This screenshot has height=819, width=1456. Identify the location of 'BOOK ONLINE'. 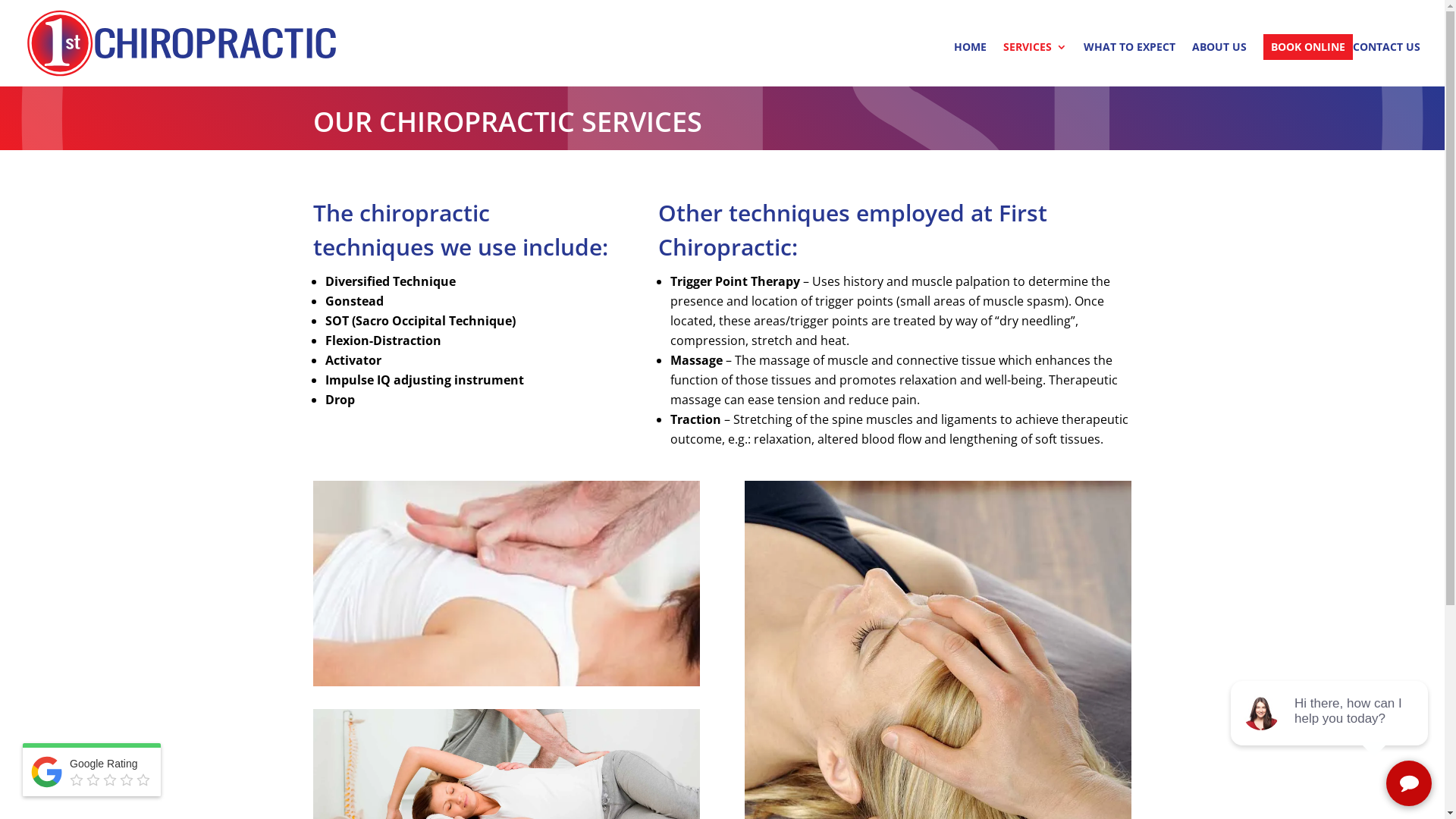
(1307, 45).